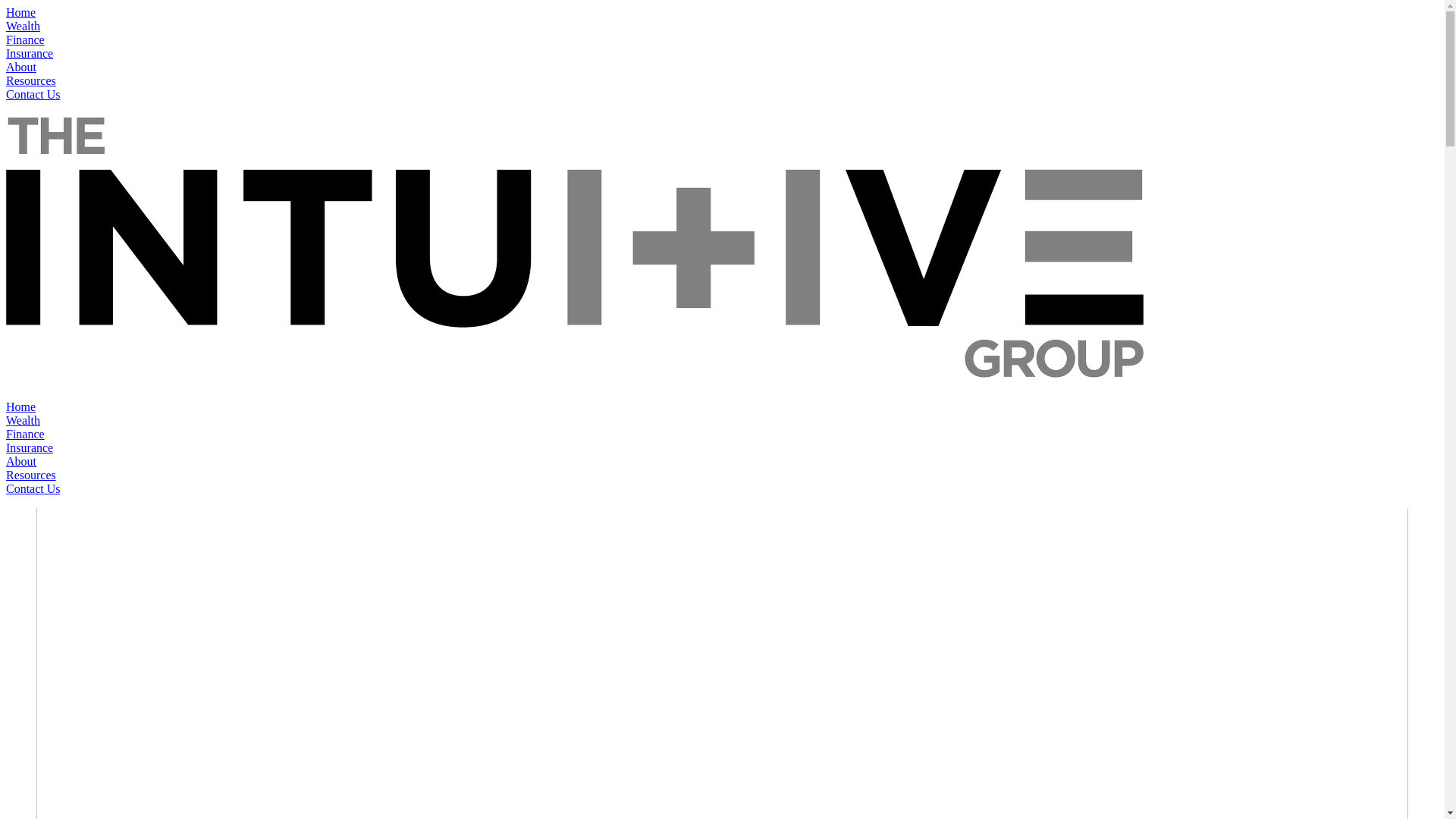  Describe the element at coordinates (20, 12) in the screenshot. I see `'Home'` at that location.